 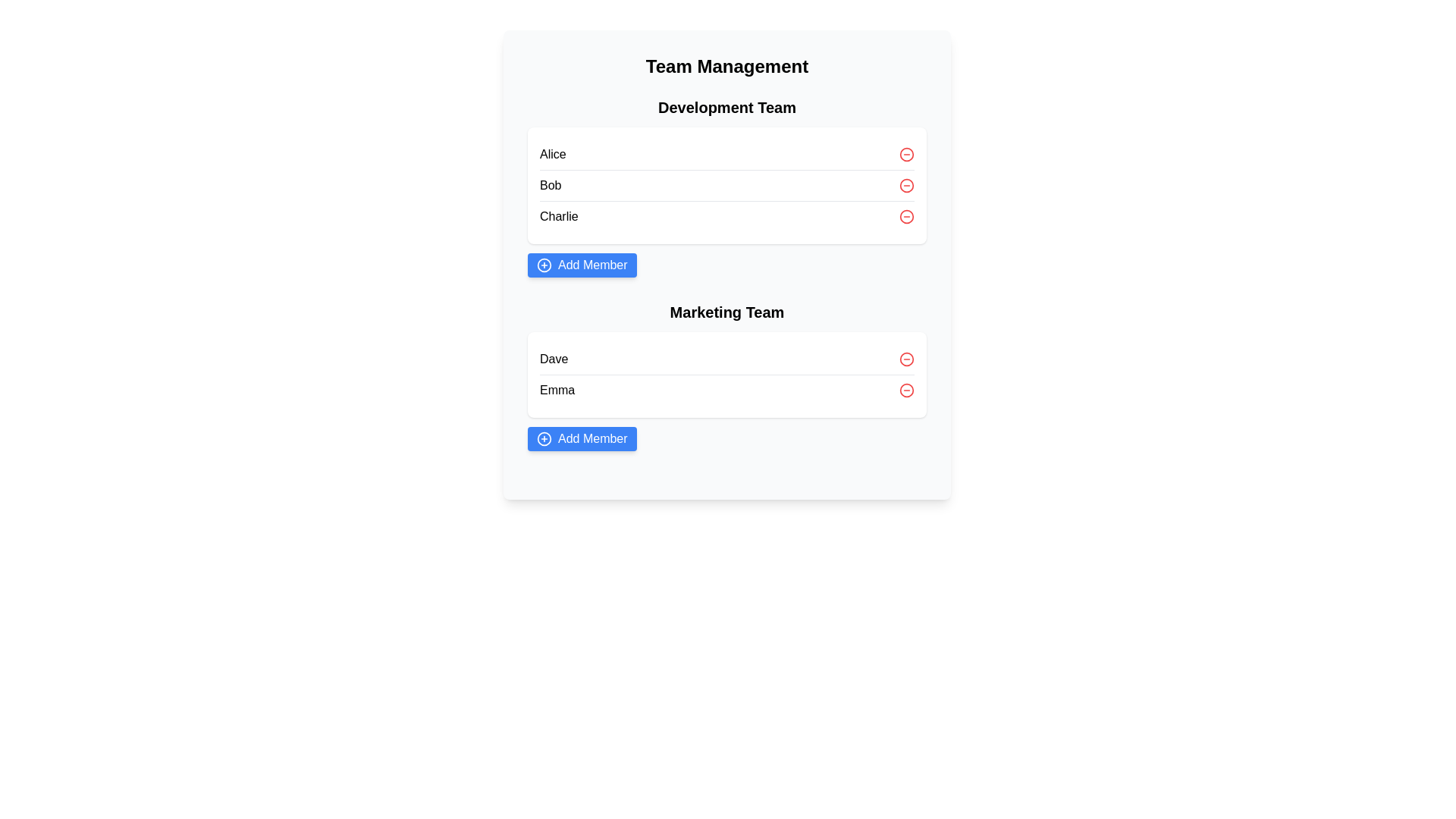 What do you see at coordinates (906, 359) in the screenshot?
I see `the minus icon next to the name Dave to remove that member` at bounding box center [906, 359].